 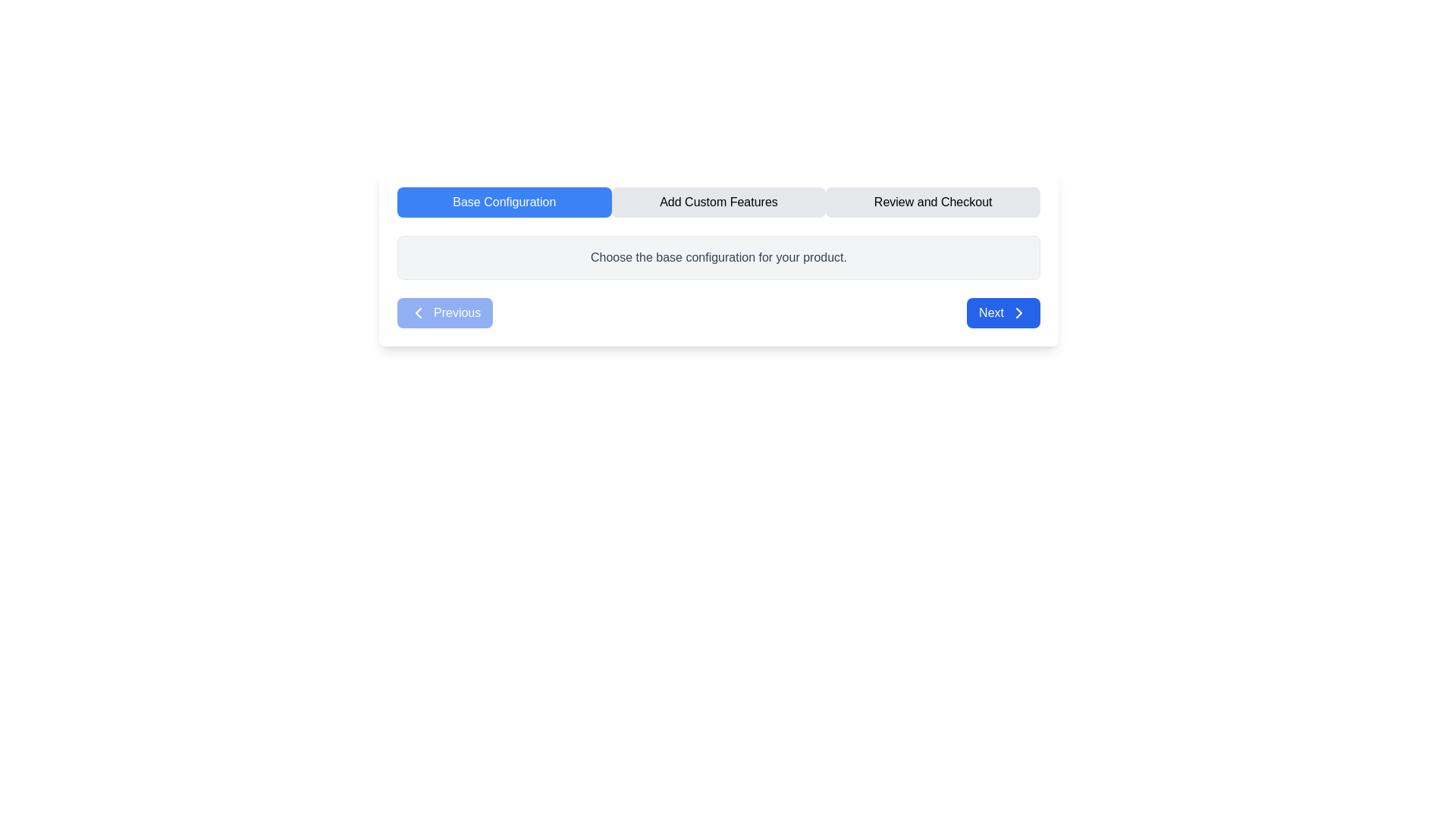 What do you see at coordinates (504, 201) in the screenshot?
I see `the 'Base Configuration' button in the navigation bar` at bounding box center [504, 201].